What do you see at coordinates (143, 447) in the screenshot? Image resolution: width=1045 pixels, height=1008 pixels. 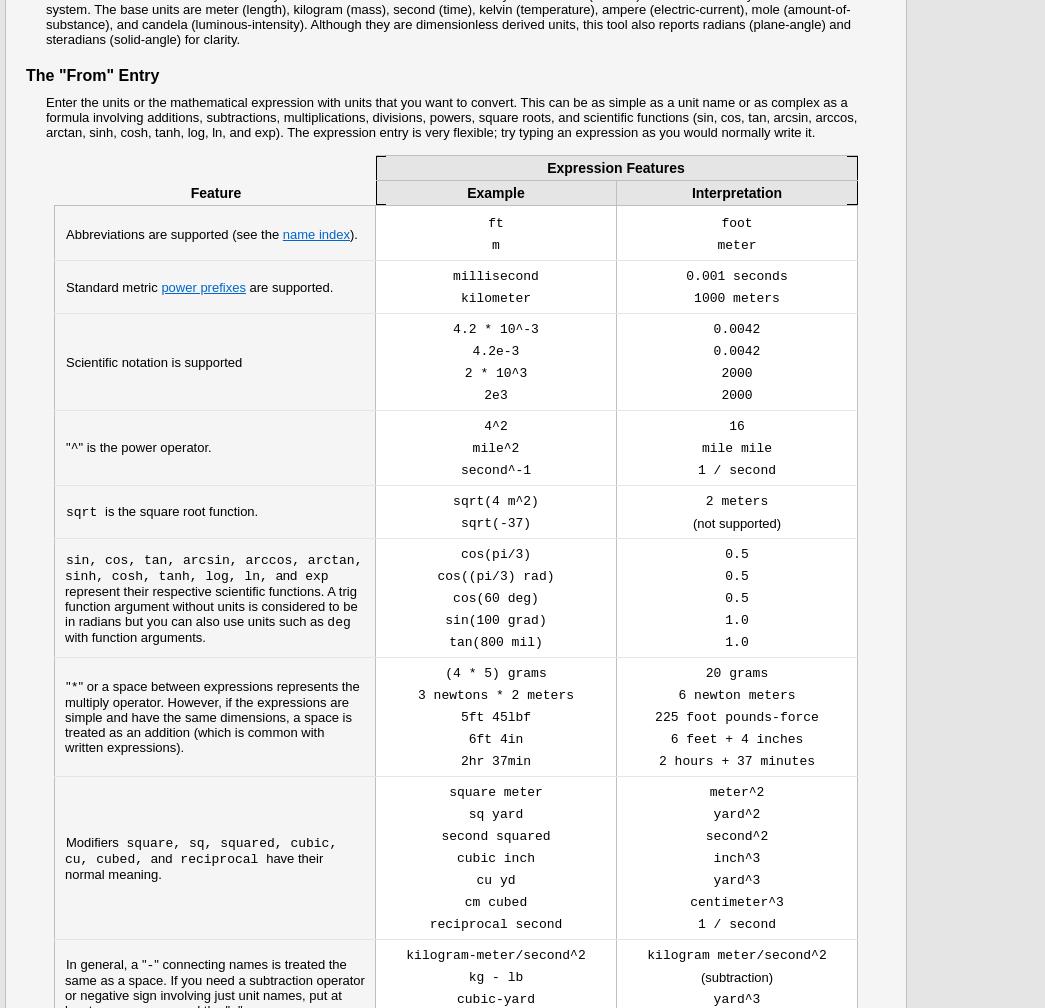 I see `'" is the power operator.'` at bounding box center [143, 447].